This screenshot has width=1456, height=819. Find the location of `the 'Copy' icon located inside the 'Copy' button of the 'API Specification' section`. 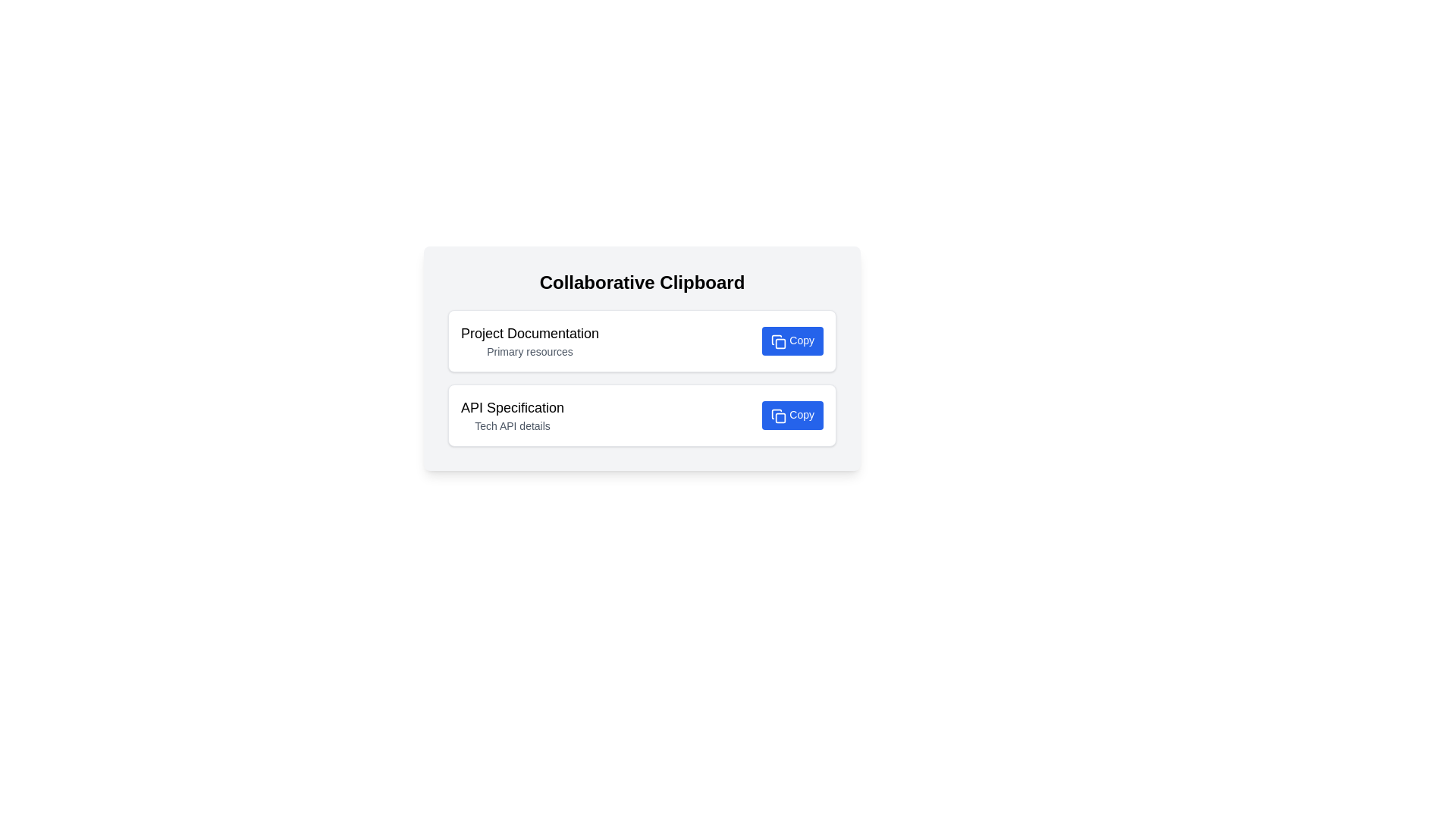

the 'Copy' icon located inside the 'Copy' button of the 'API Specification' section is located at coordinates (779, 416).